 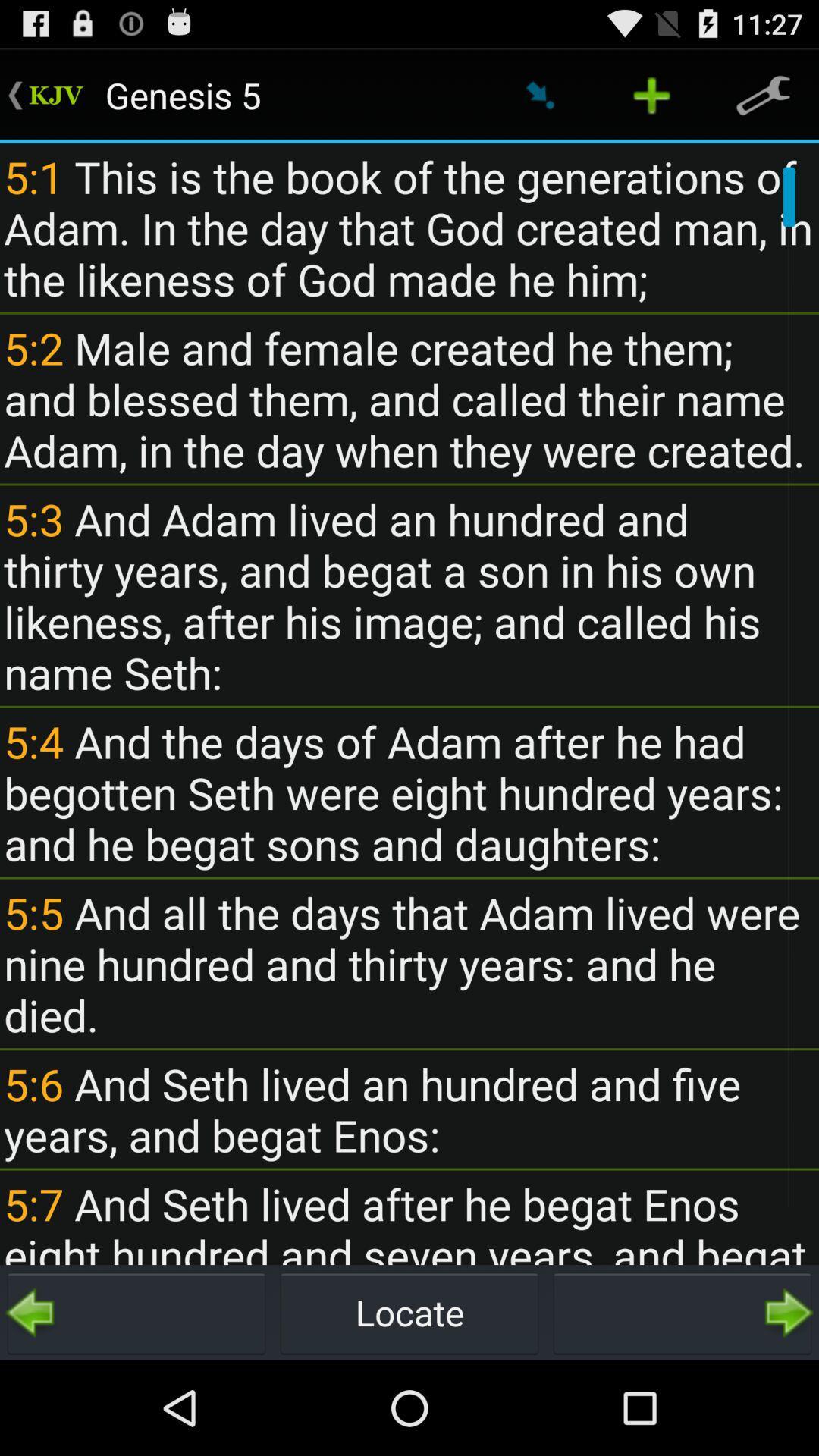 I want to click on go forward, so click(x=681, y=1312).